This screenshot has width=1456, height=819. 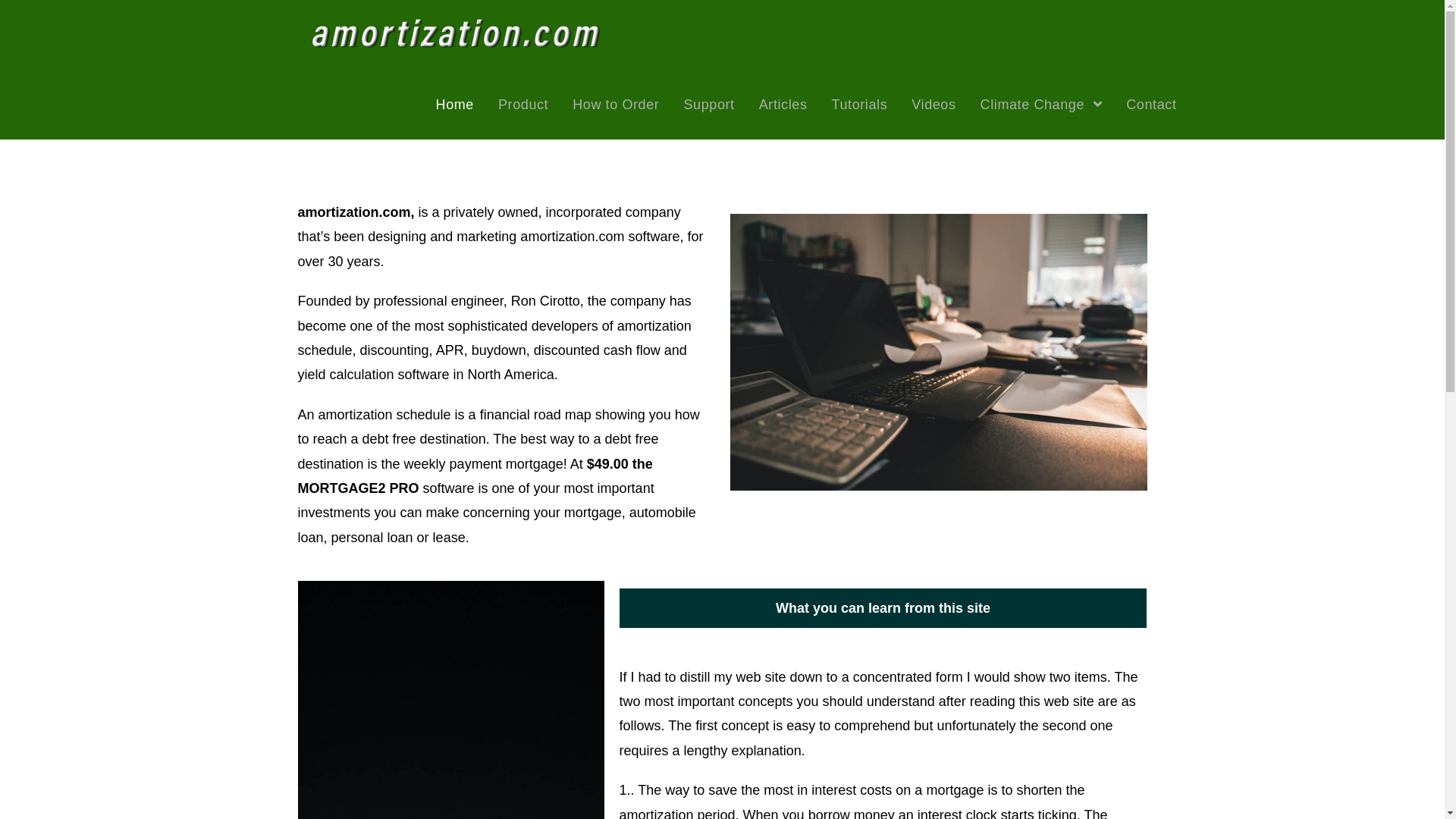 I want to click on 'Videos', so click(x=932, y=104).